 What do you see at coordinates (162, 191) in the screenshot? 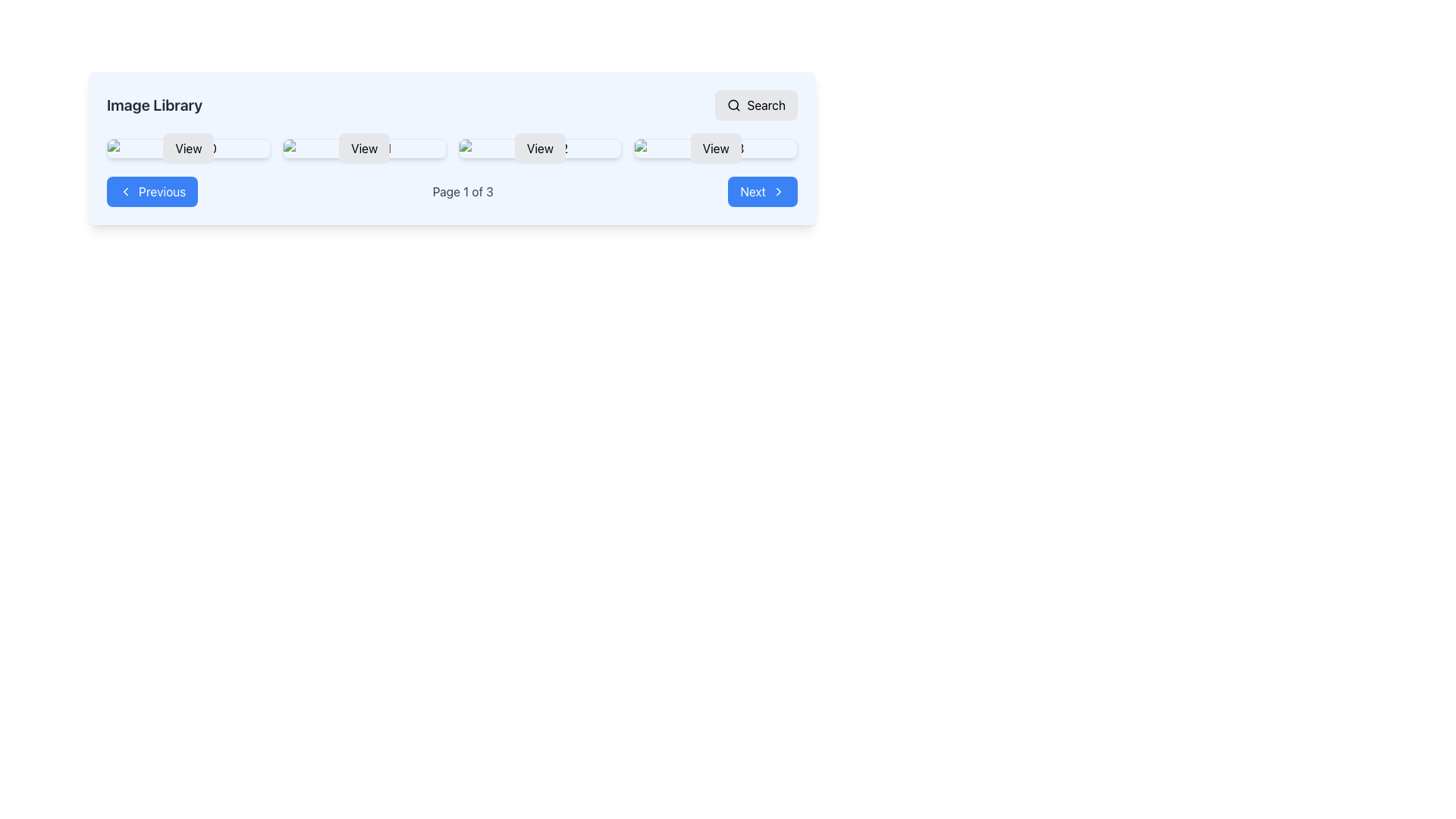
I see `the 'Previous' text label of the navigation button located on the left side of the 'Image Library' navigation panel` at bounding box center [162, 191].